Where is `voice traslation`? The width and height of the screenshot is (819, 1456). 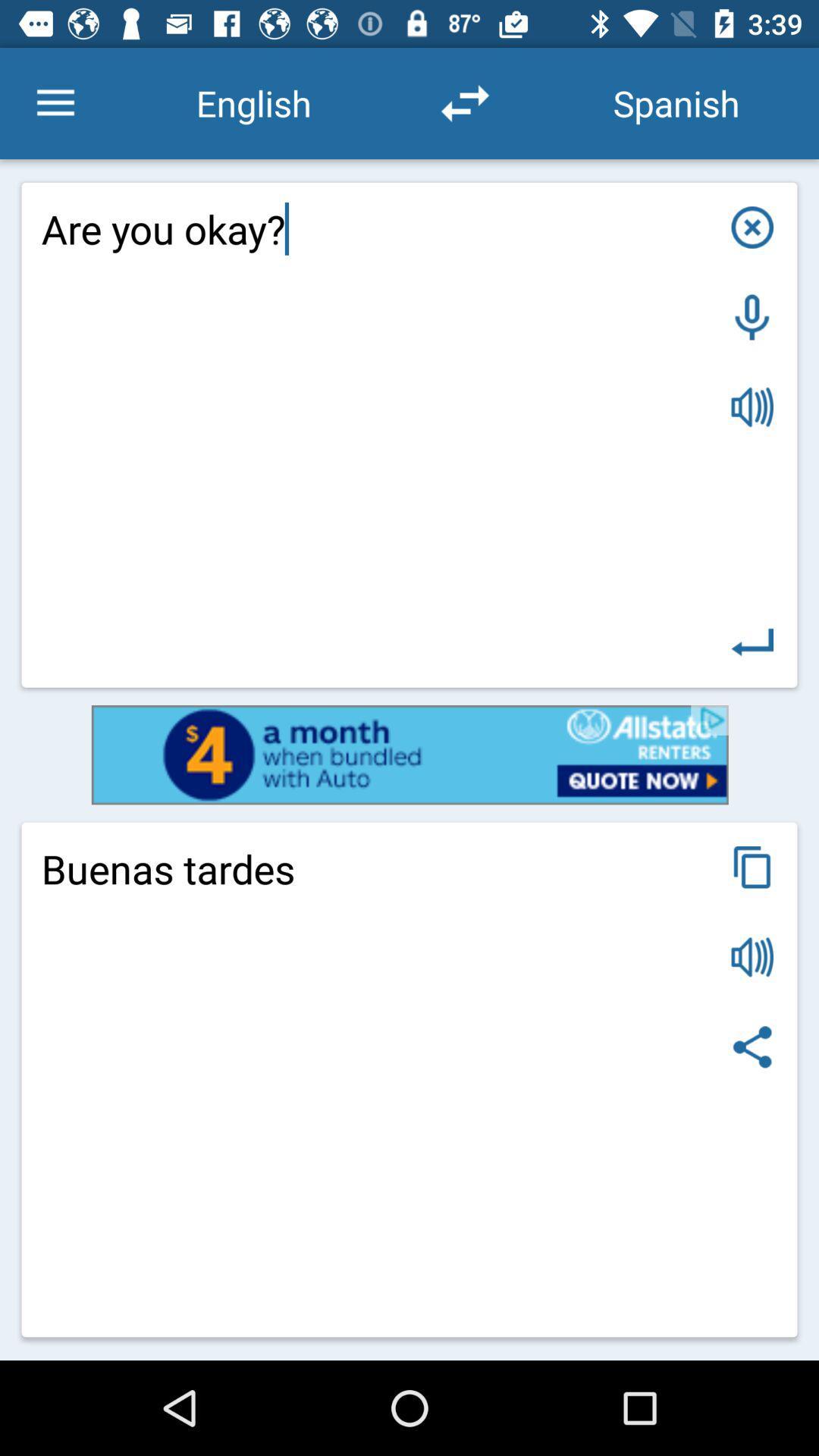
voice traslation is located at coordinates (752, 407).